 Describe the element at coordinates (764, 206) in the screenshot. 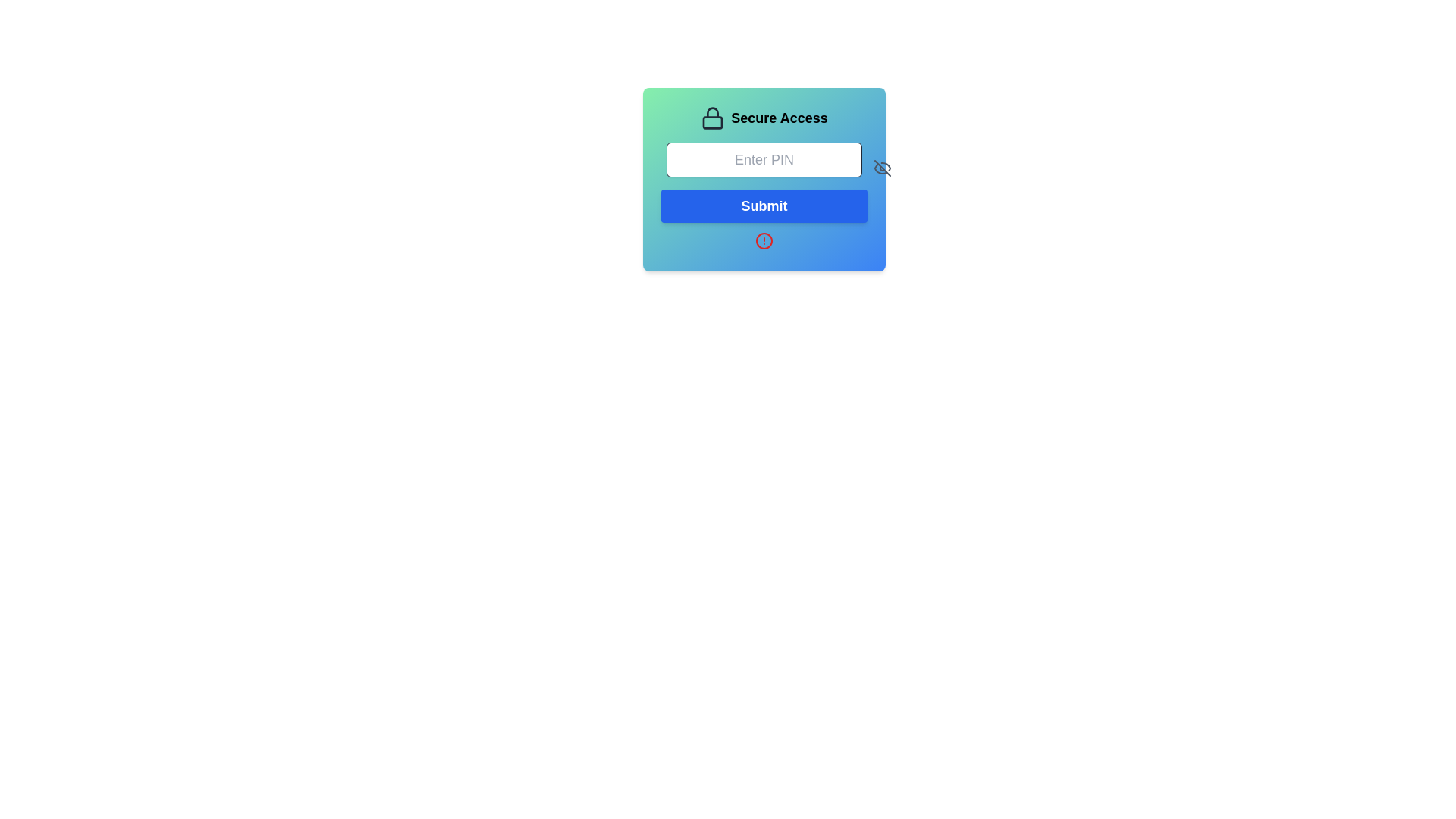

I see `the submit button located below the 'Enter PIN' text input field to observe styling changes` at that location.